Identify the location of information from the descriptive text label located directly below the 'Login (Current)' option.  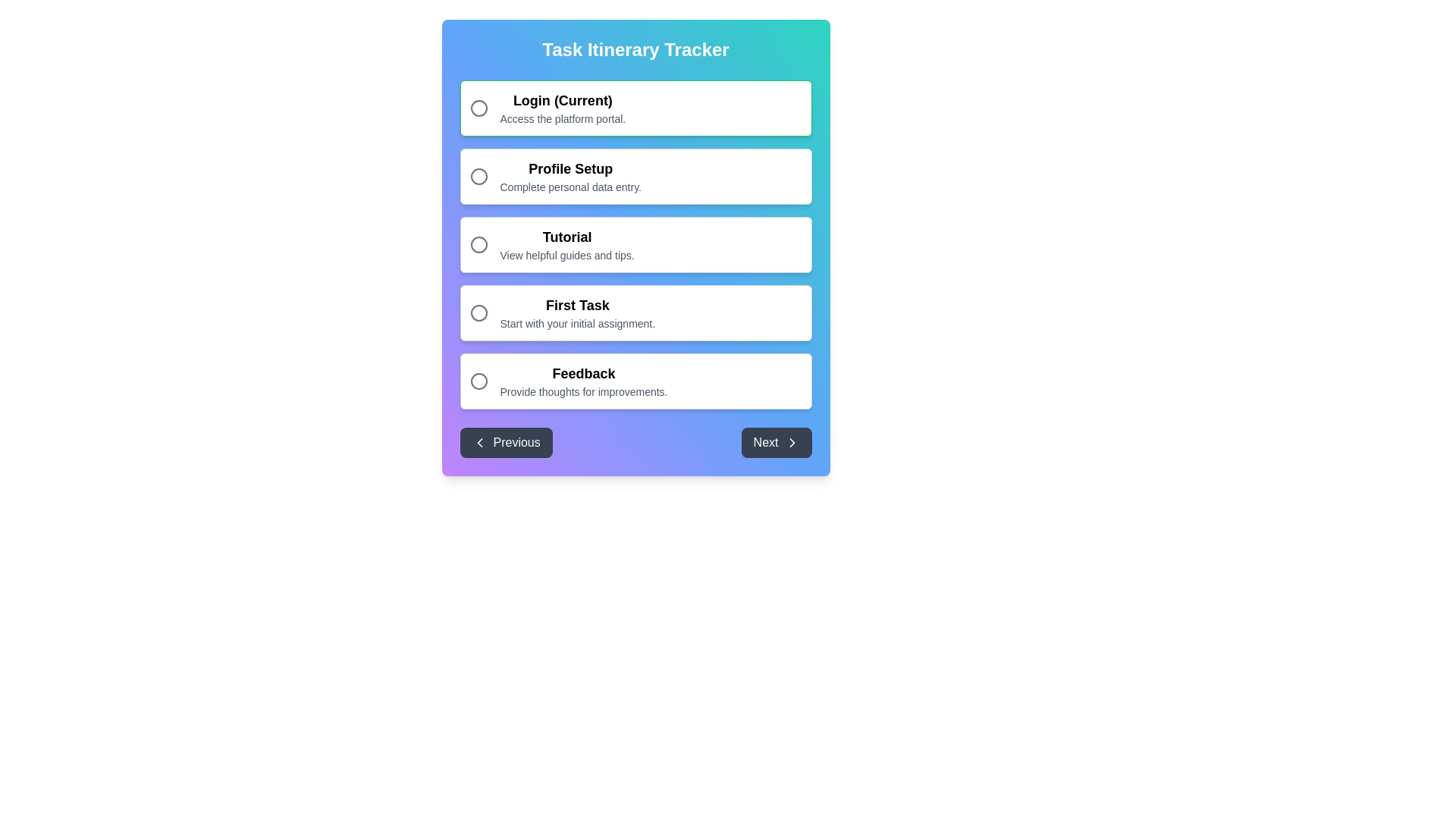
(562, 118).